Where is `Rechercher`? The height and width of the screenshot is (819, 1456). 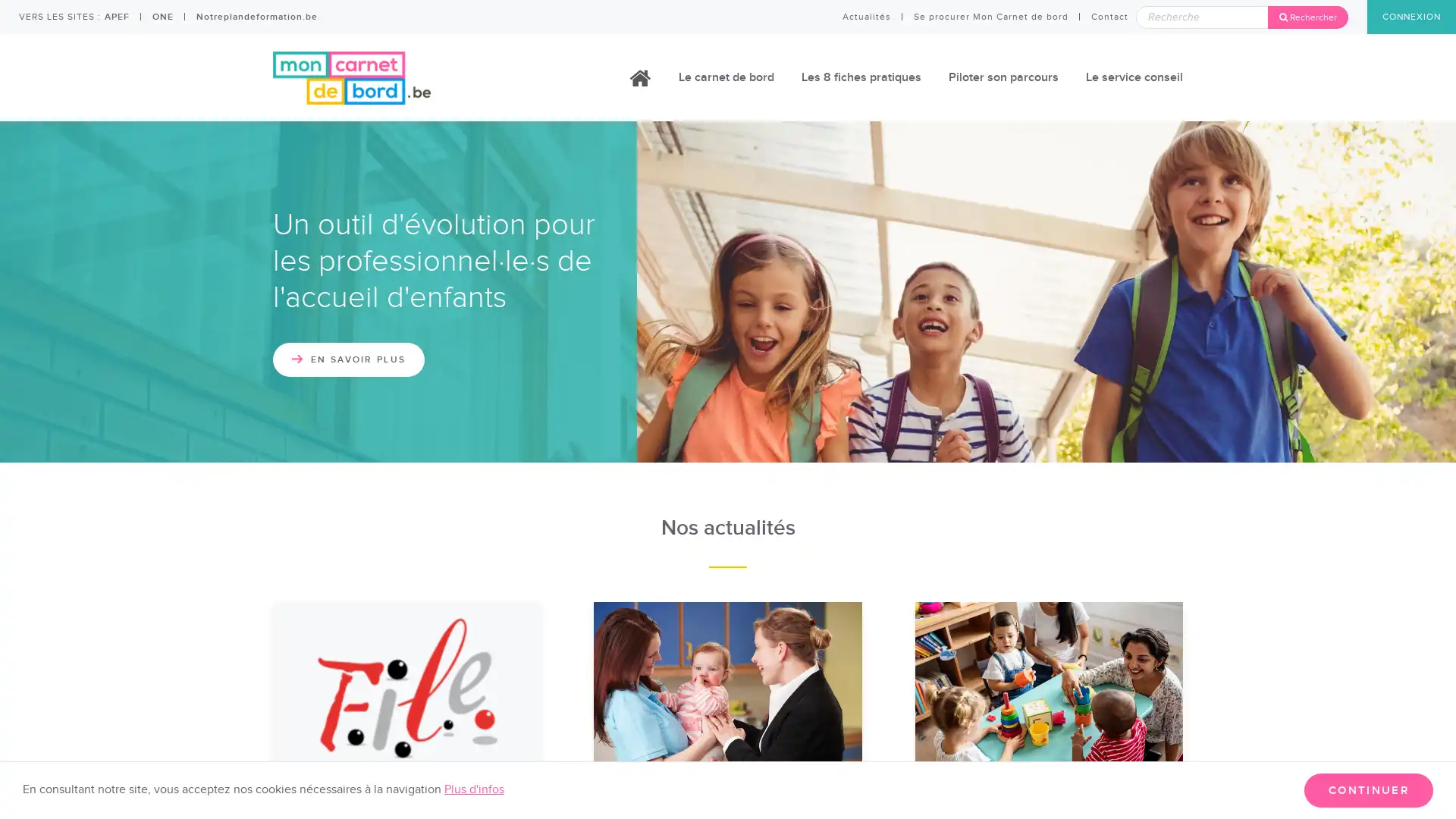
Rechercher is located at coordinates (1307, 17).